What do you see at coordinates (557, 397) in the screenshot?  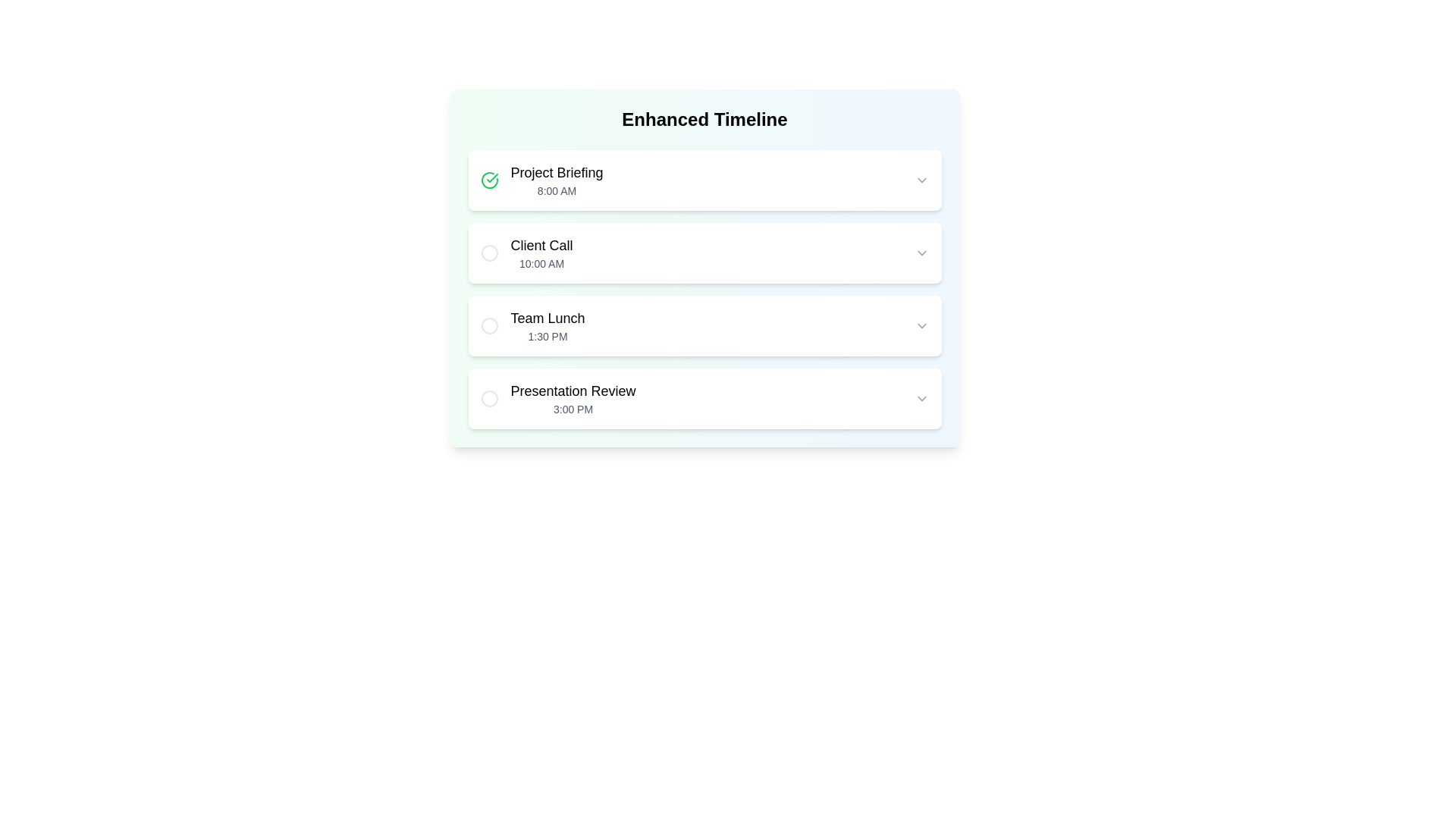 I see `text of the non-interactive 'Presentation Review' event element, which displays information about the event's title and time` at bounding box center [557, 397].